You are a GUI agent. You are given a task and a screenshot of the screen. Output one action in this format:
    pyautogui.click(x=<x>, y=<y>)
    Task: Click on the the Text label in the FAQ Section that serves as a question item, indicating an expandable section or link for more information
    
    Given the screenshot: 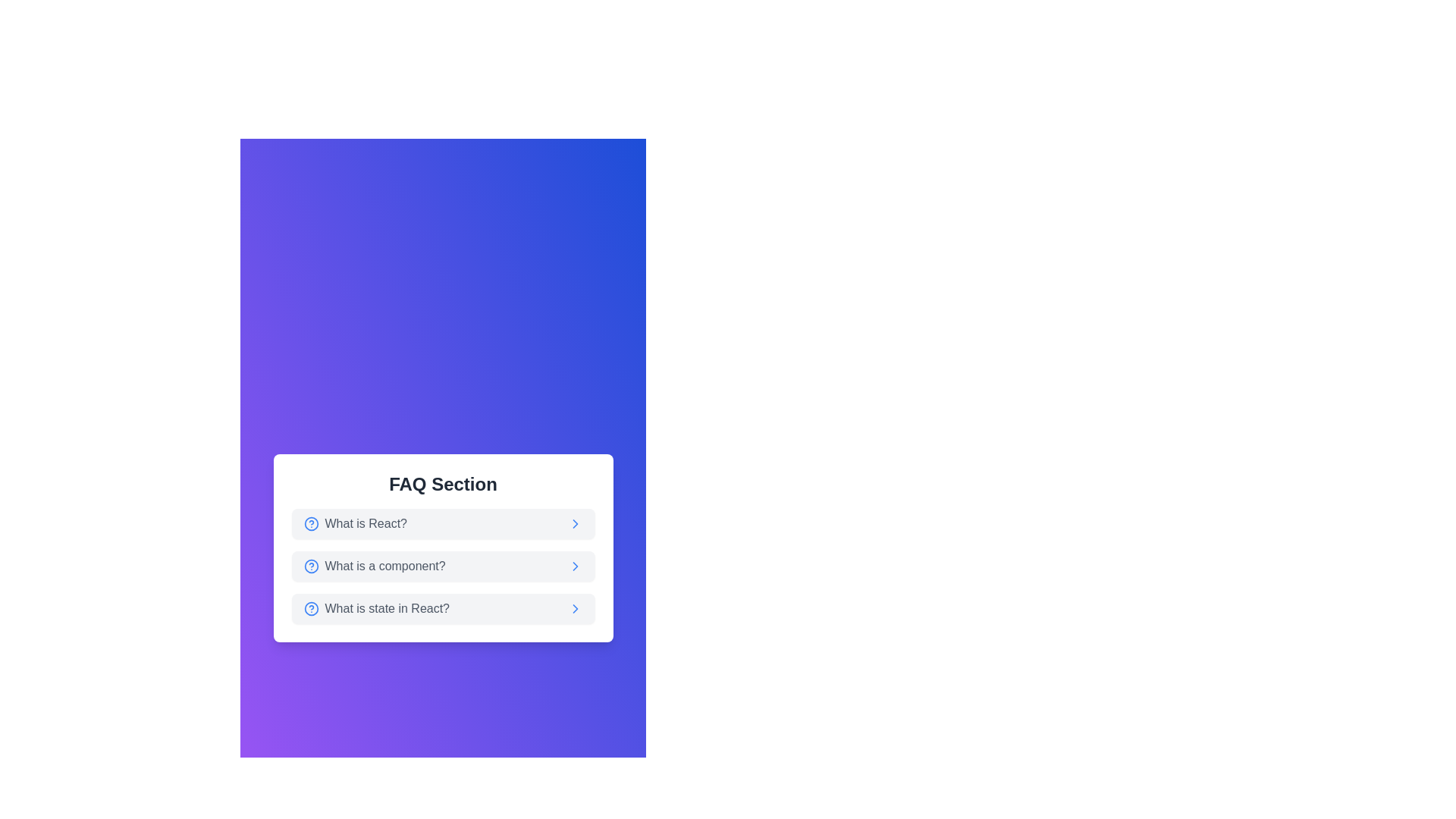 What is the action you would take?
    pyautogui.click(x=375, y=566)
    